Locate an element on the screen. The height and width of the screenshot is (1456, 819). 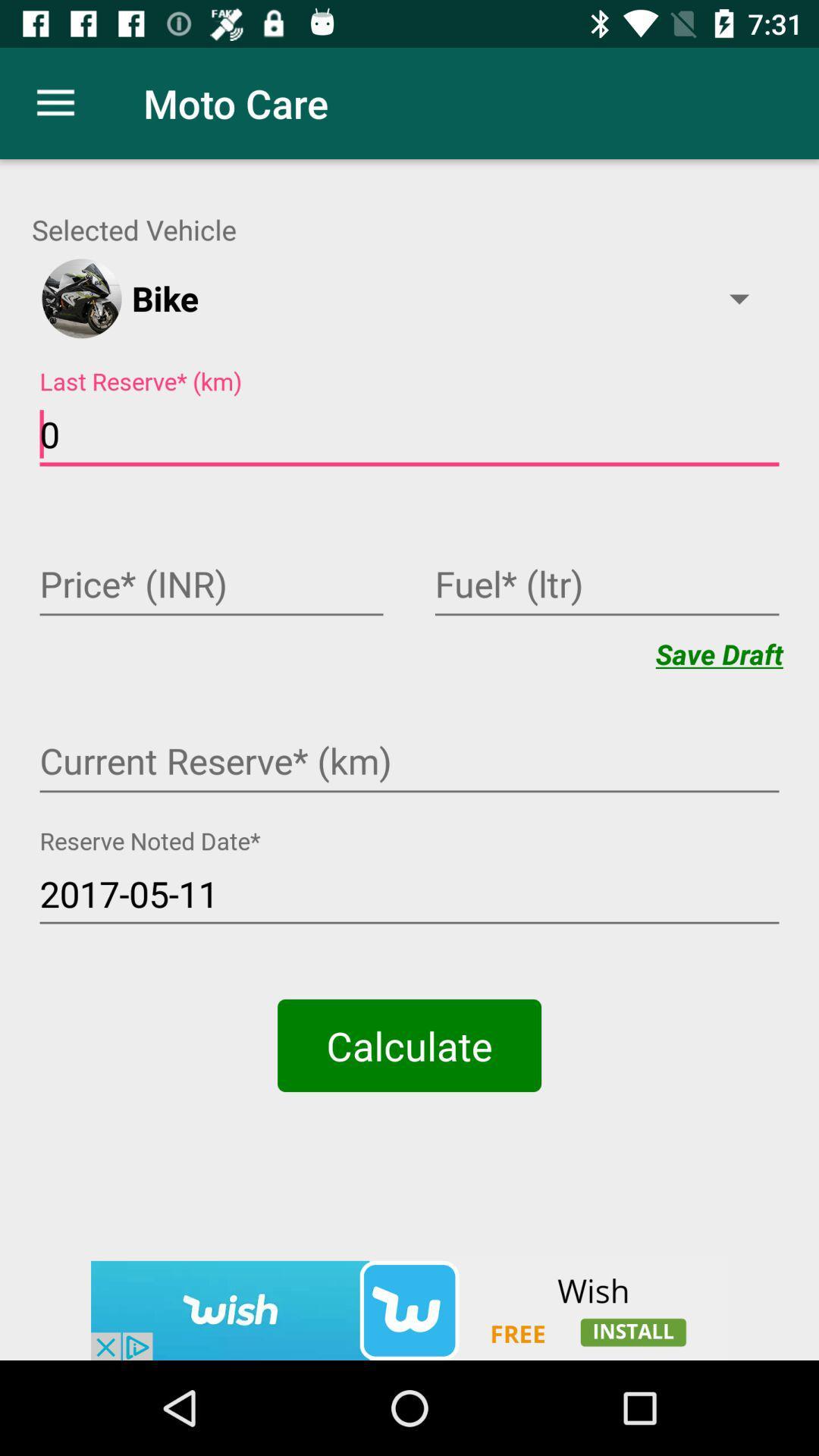
the current reserve field is located at coordinates (409, 763).